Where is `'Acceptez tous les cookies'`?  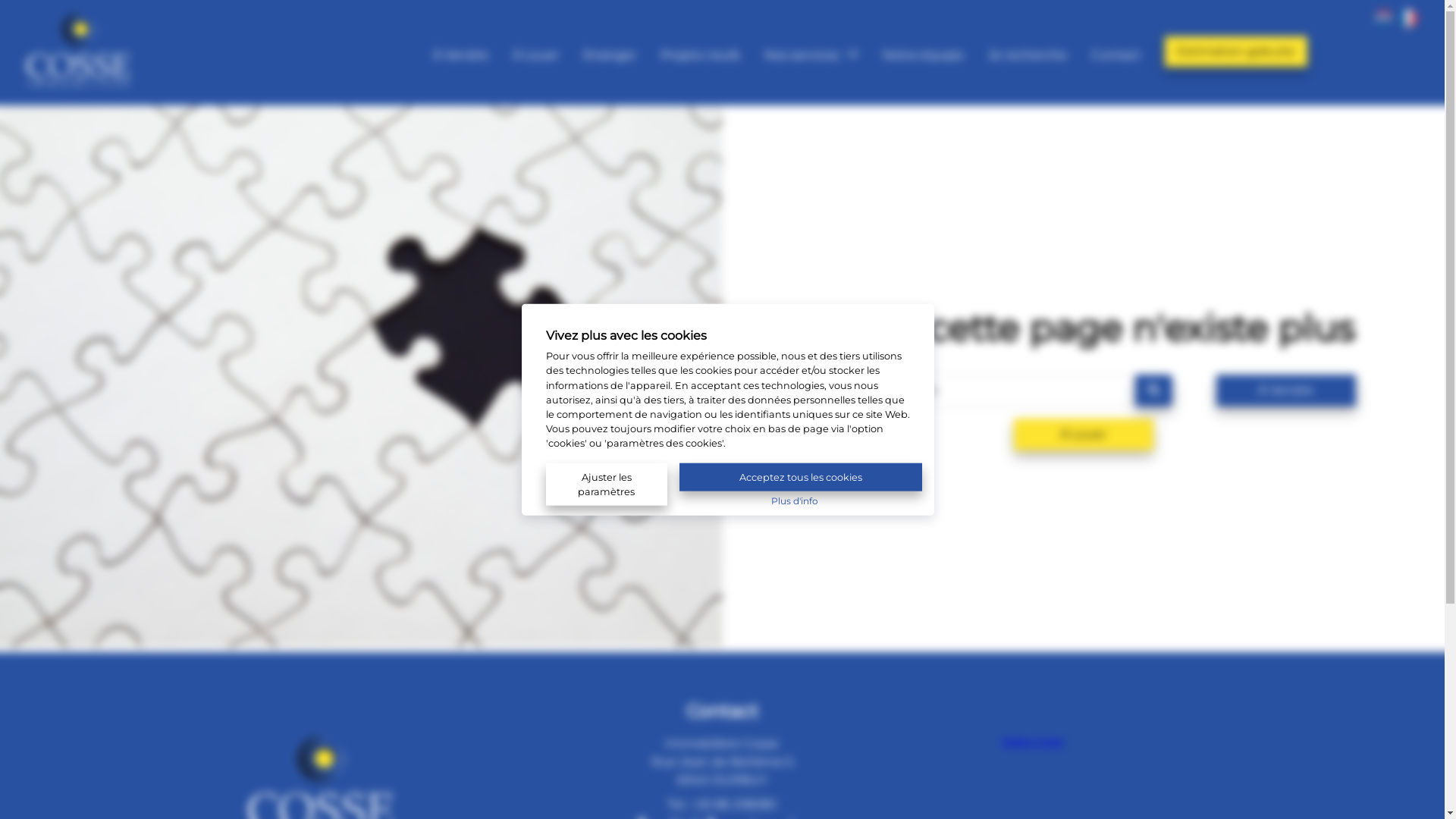 'Acceptez tous les cookies' is located at coordinates (800, 475).